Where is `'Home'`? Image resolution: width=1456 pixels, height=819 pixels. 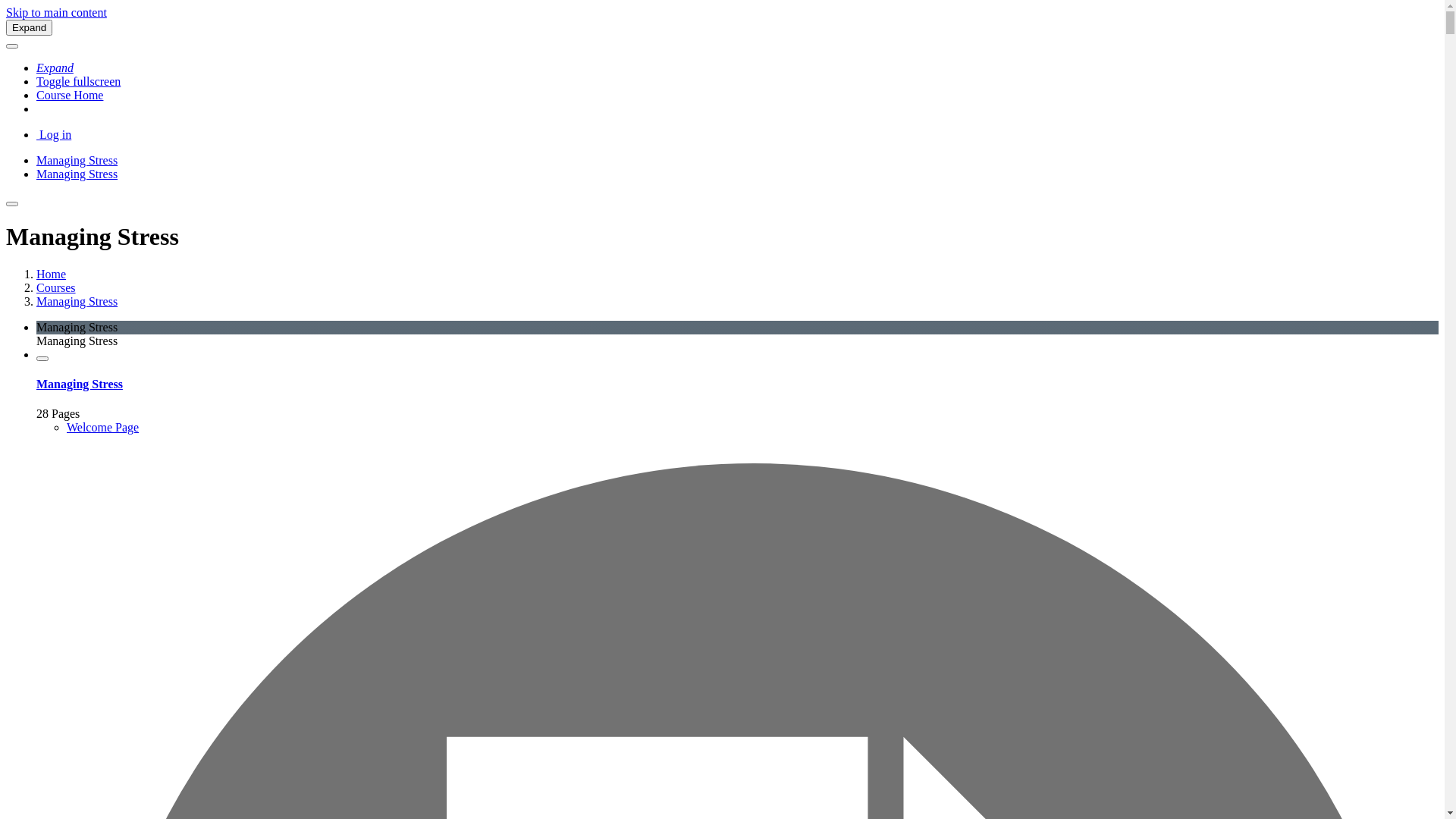
'Home' is located at coordinates (51, 274).